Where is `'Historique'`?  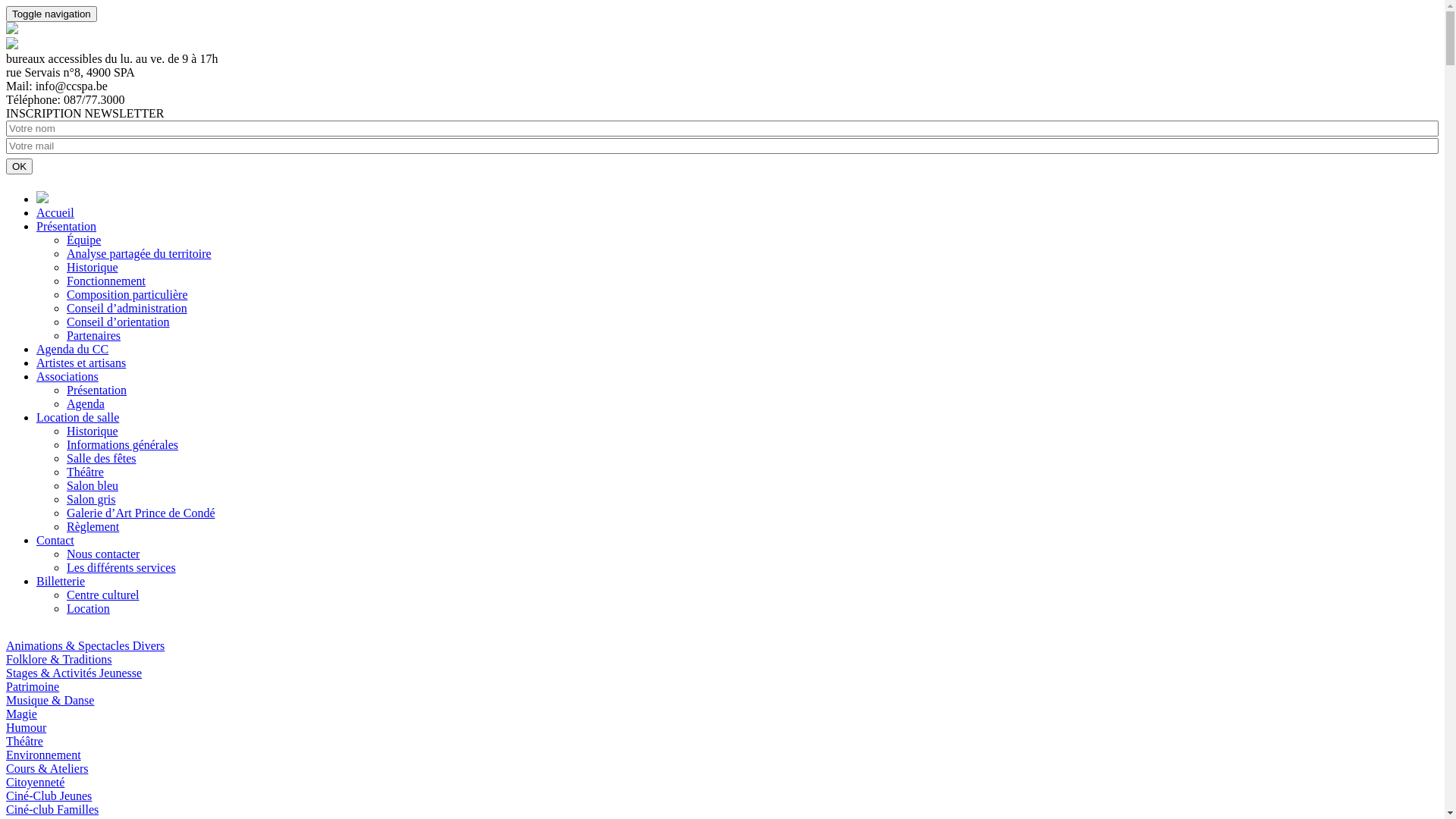 'Historique' is located at coordinates (91, 266).